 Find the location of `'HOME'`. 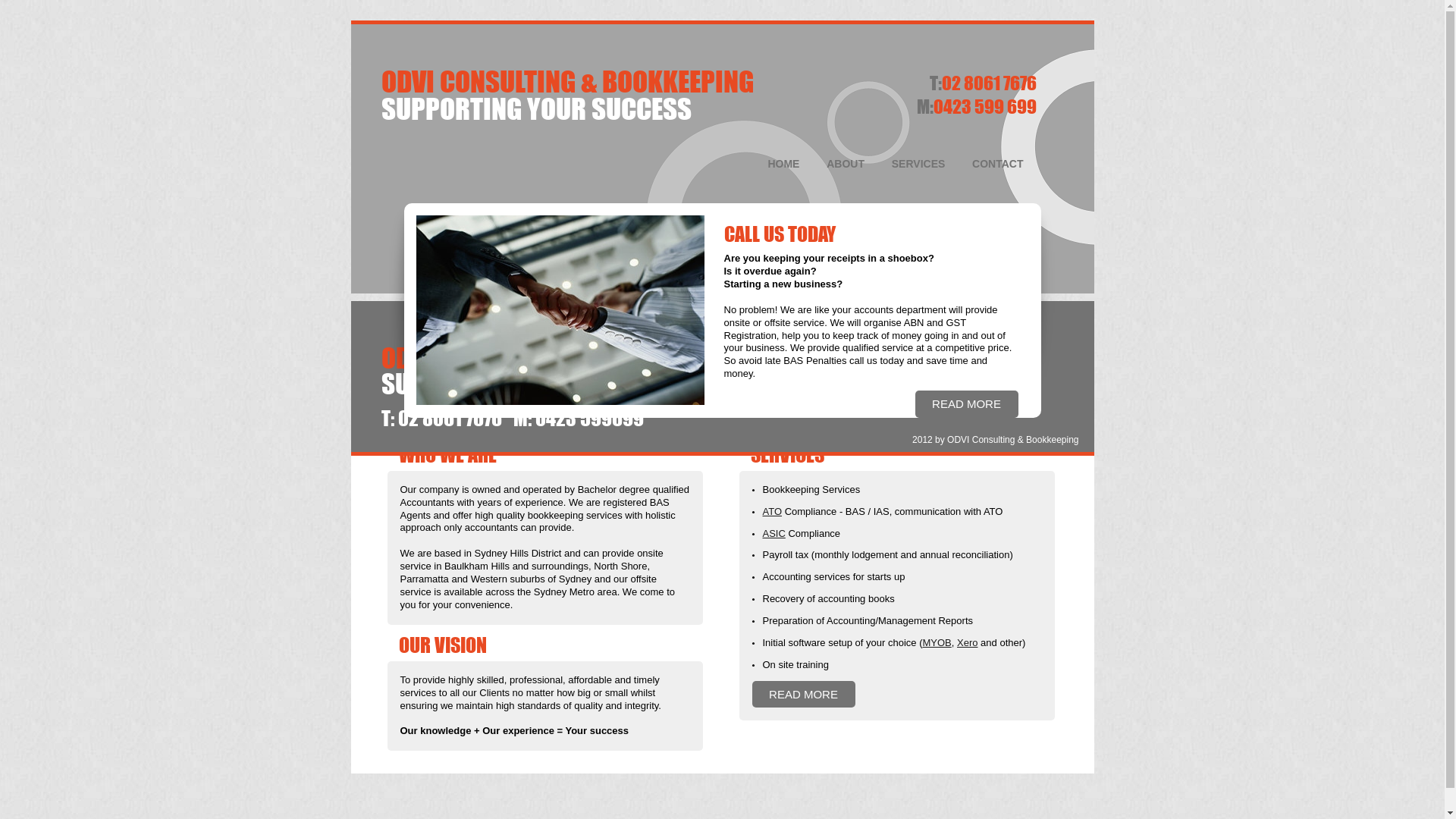

'HOME' is located at coordinates (783, 325).